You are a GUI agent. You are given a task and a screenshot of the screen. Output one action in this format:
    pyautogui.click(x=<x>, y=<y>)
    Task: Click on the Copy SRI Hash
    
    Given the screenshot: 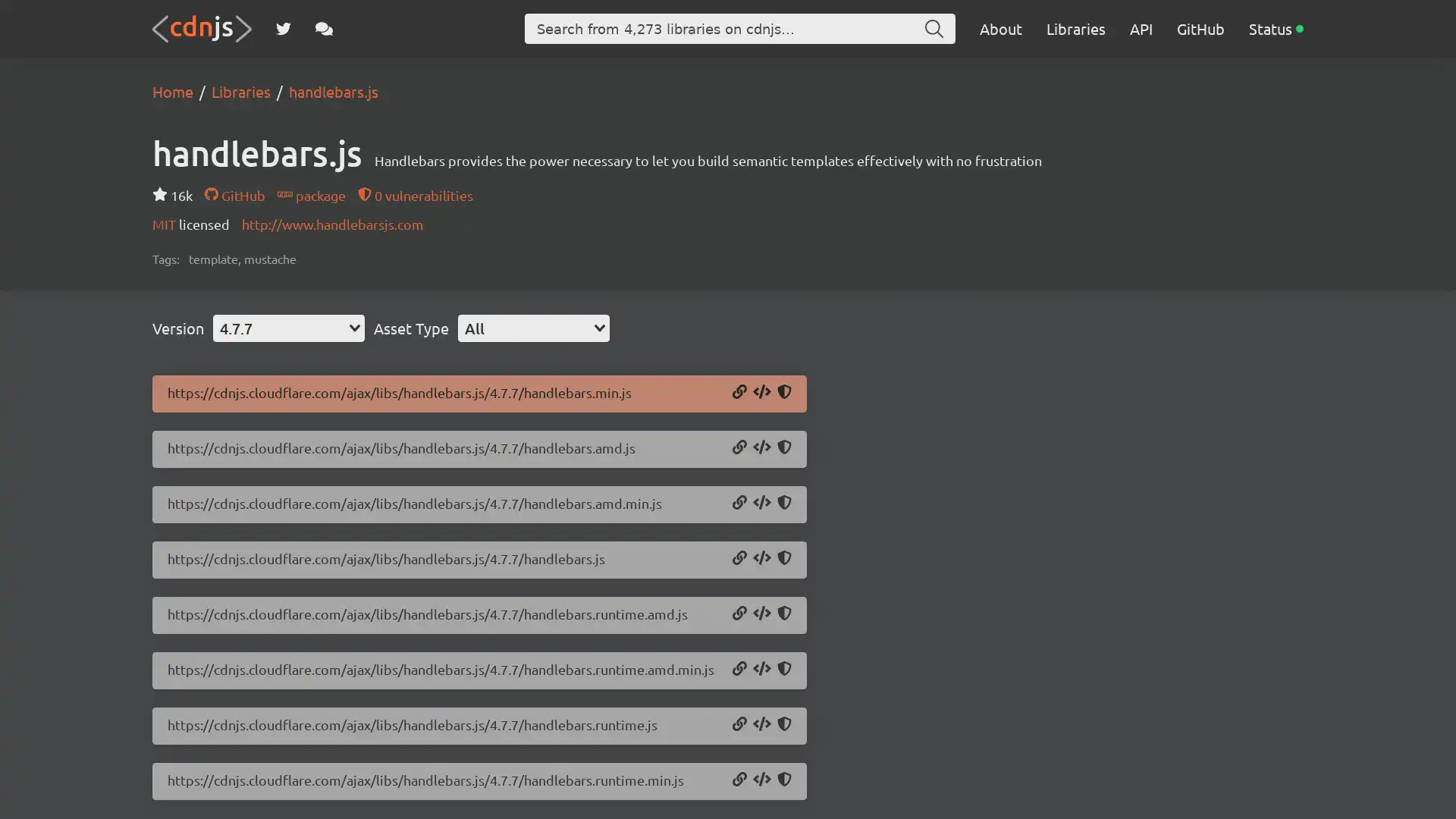 What is the action you would take?
    pyautogui.click(x=784, y=447)
    